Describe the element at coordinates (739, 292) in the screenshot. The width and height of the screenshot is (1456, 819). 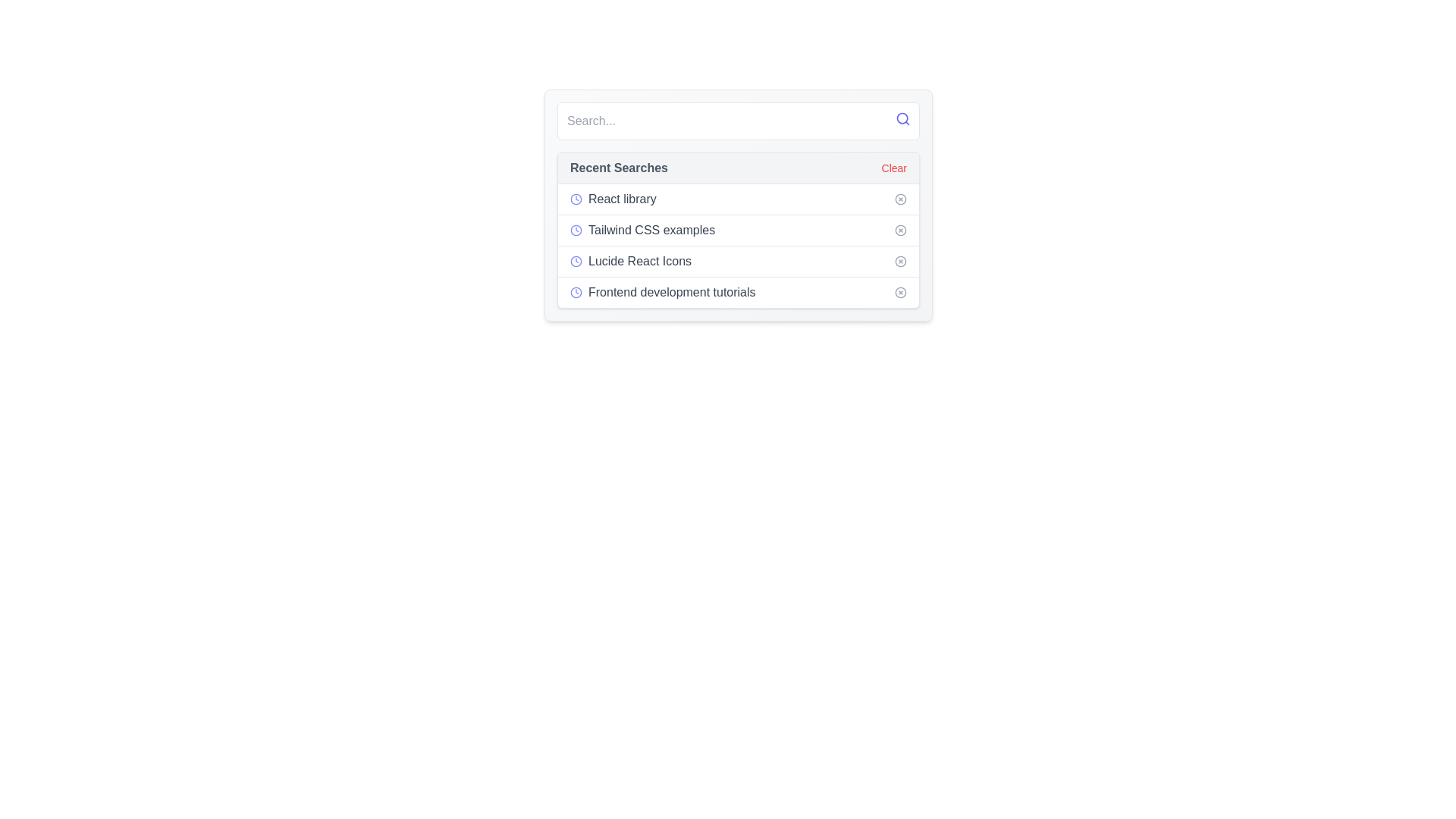
I see `the fourth item` at that location.